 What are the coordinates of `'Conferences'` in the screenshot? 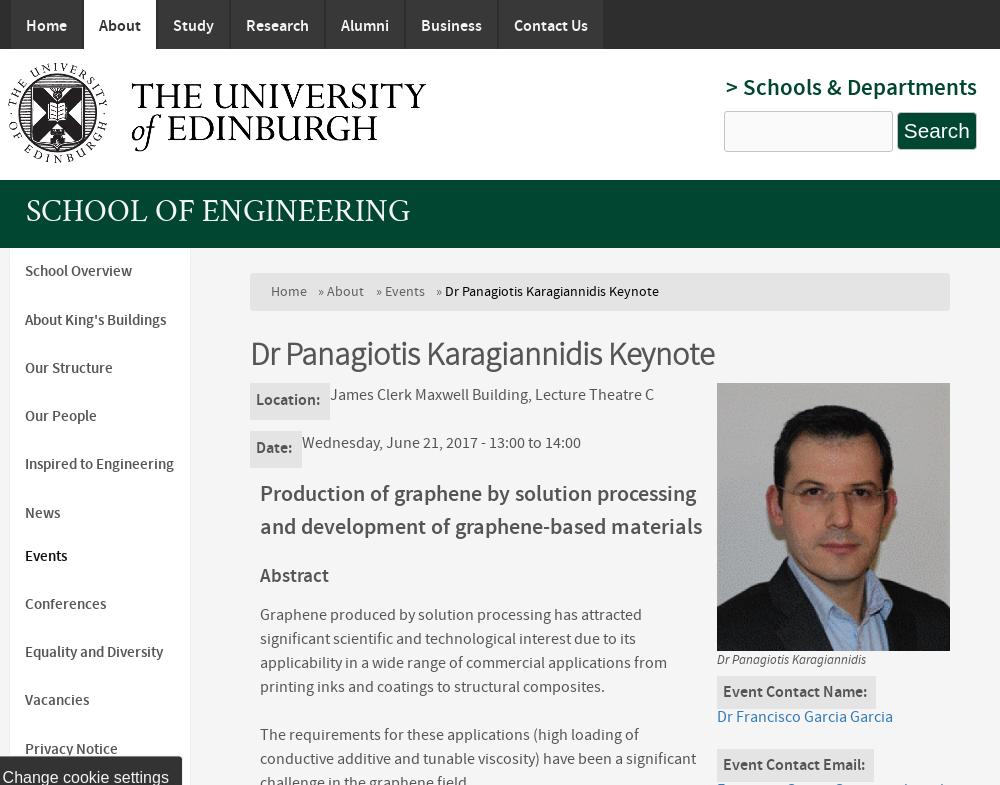 It's located at (64, 603).